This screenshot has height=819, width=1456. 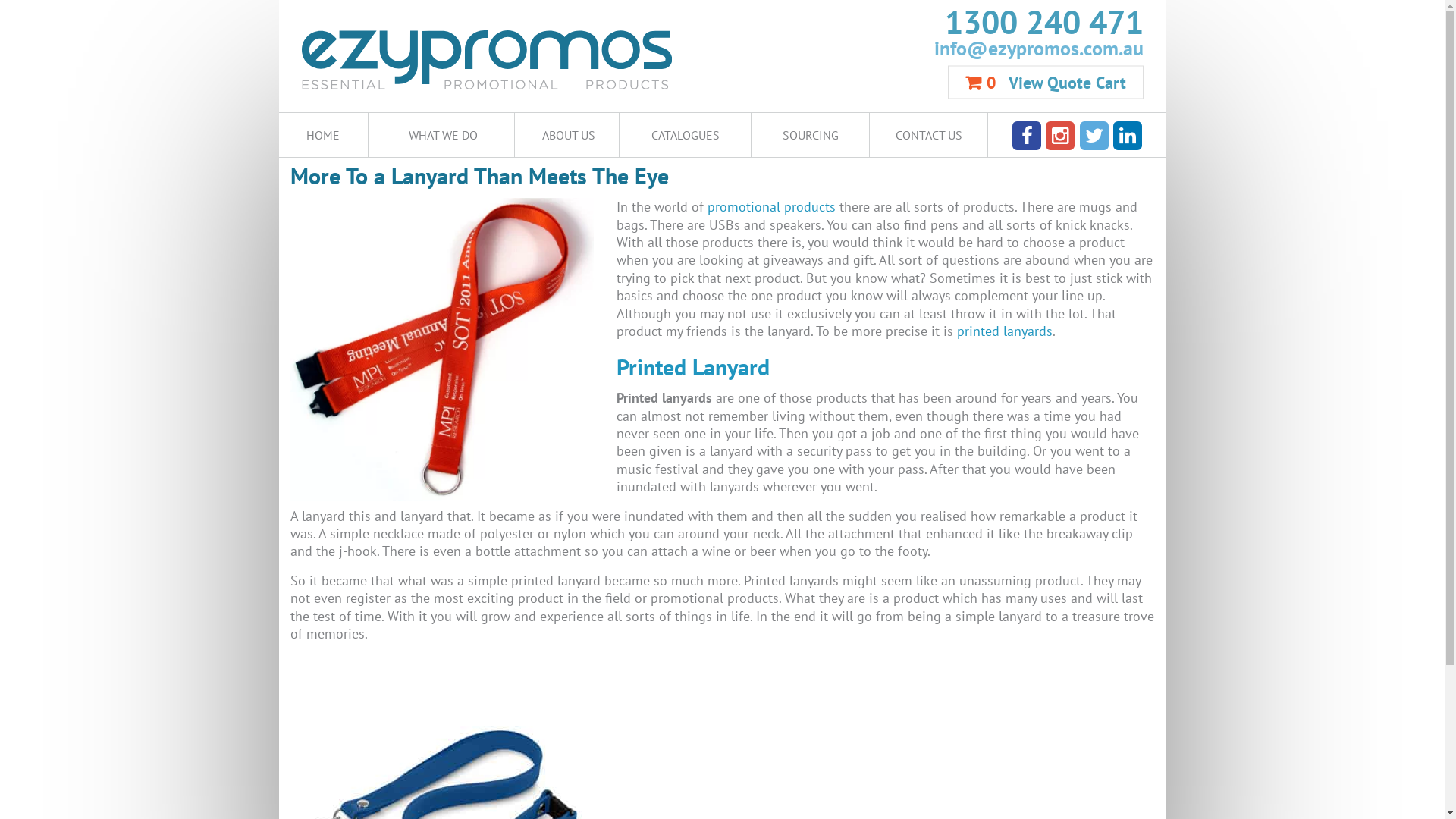 I want to click on '0 View Quote Cart', so click(x=1044, y=82).